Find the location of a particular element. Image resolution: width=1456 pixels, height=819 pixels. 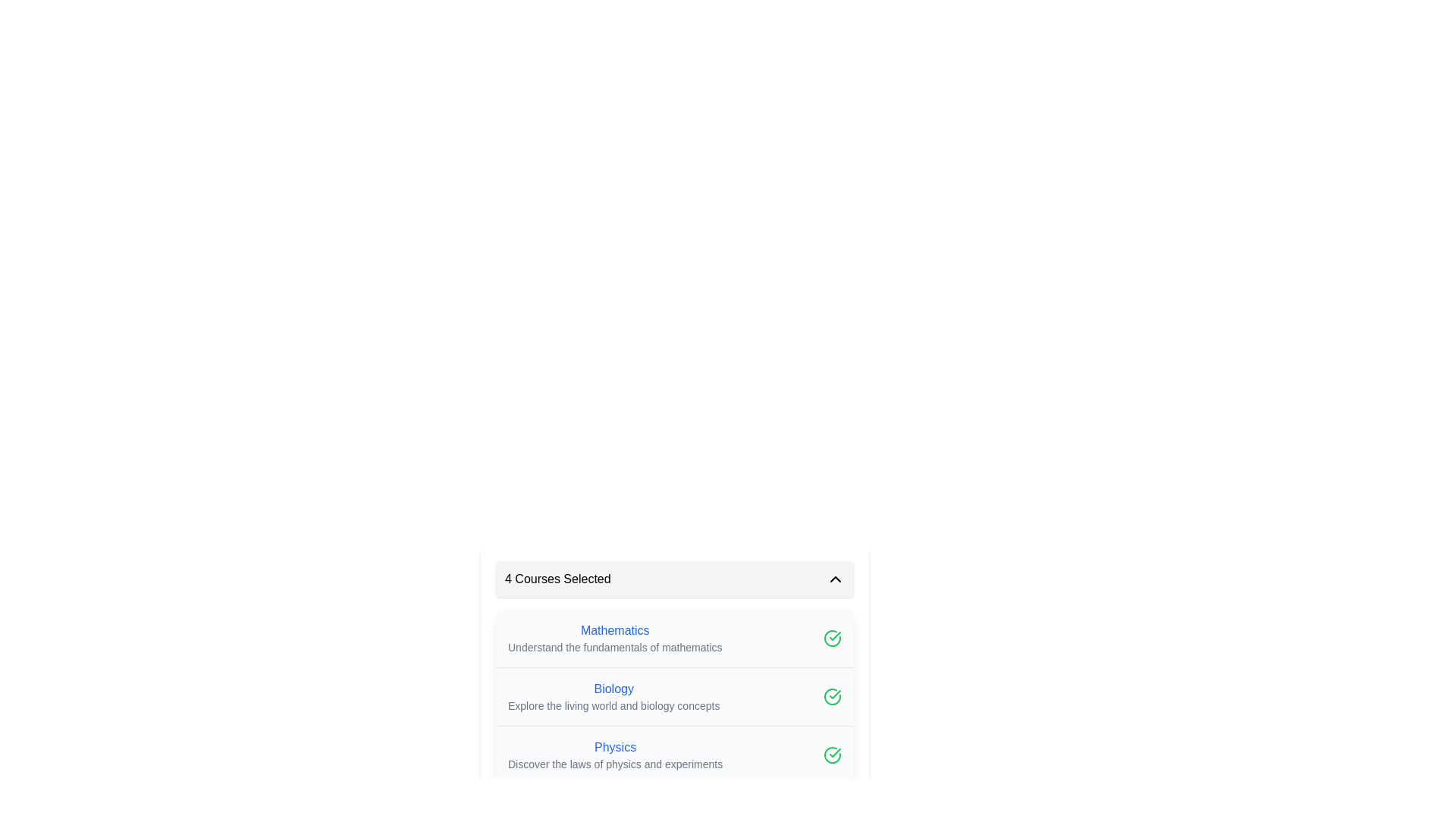

the green checkmark icon of the second list item related to the 'Biology' course, which is positioned below 'Mathematics' and above 'Physics' in the '4 Courses Selected' section is located at coordinates (673, 696).